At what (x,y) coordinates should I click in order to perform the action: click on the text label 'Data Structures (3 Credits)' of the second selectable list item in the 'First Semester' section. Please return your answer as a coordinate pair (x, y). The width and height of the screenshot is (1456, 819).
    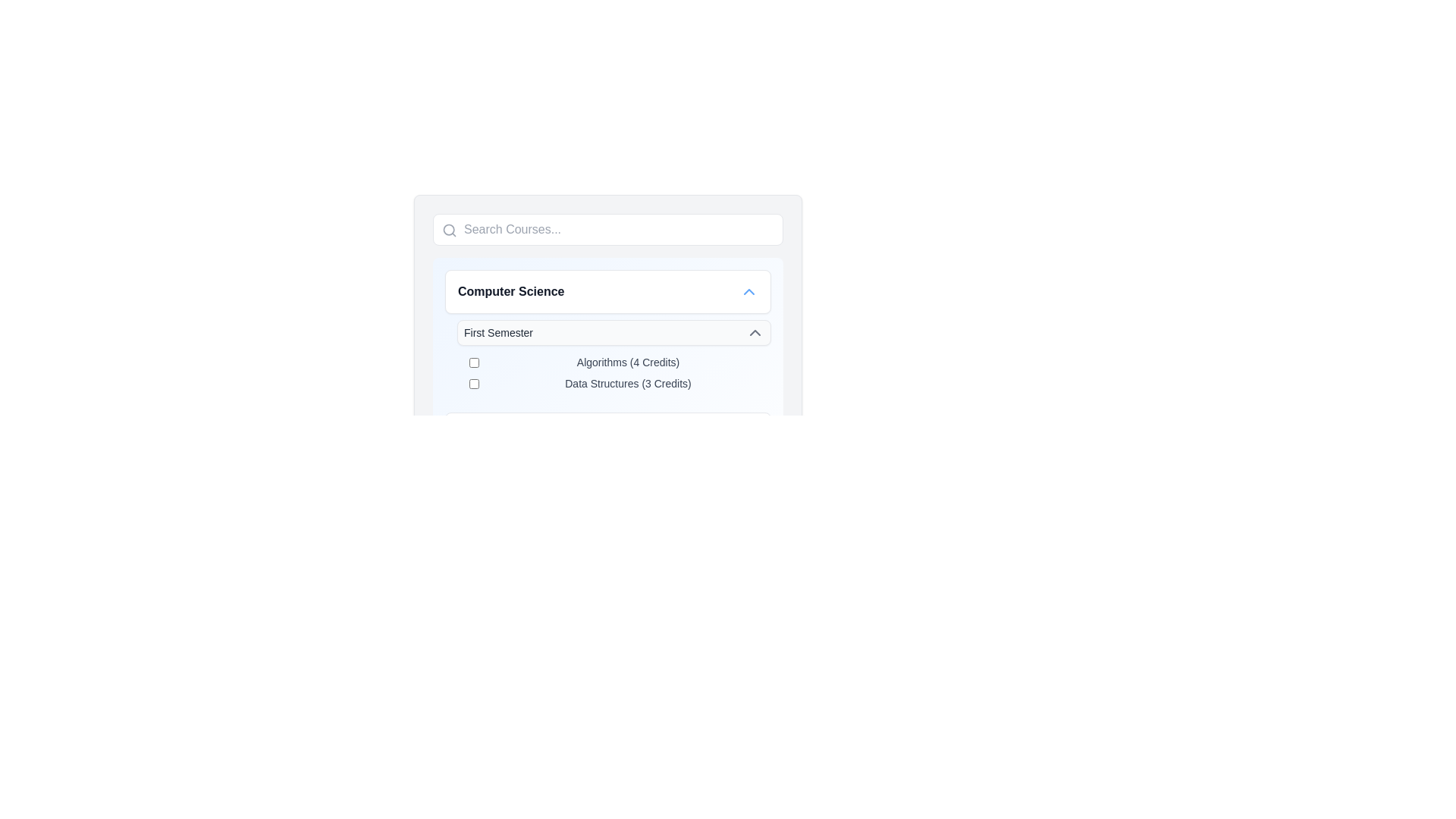
    Looking at the image, I should click on (620, 382).